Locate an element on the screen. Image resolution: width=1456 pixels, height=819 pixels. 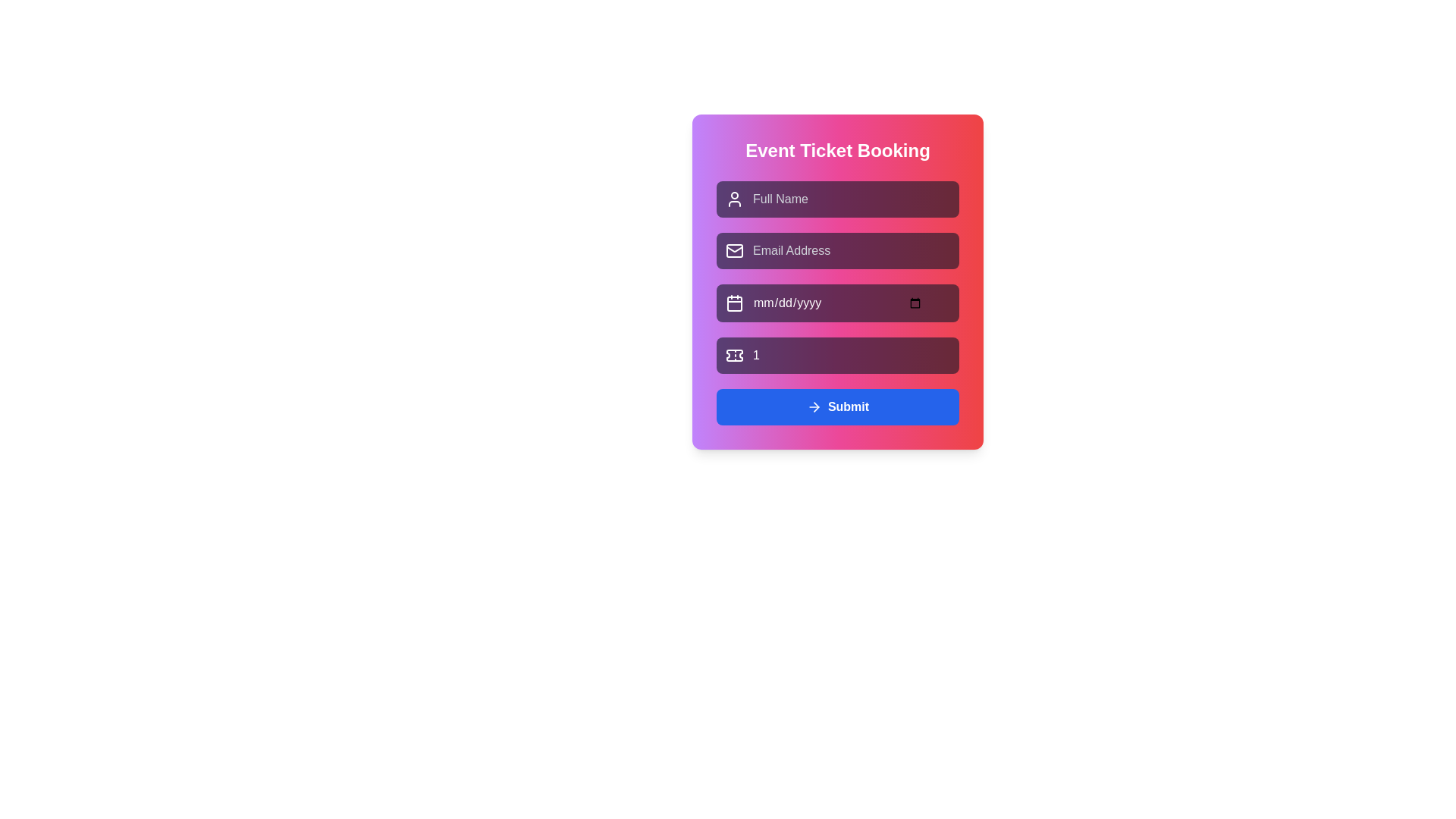
the submit button located at the bottom of the form is located at coordinates (836, 406).